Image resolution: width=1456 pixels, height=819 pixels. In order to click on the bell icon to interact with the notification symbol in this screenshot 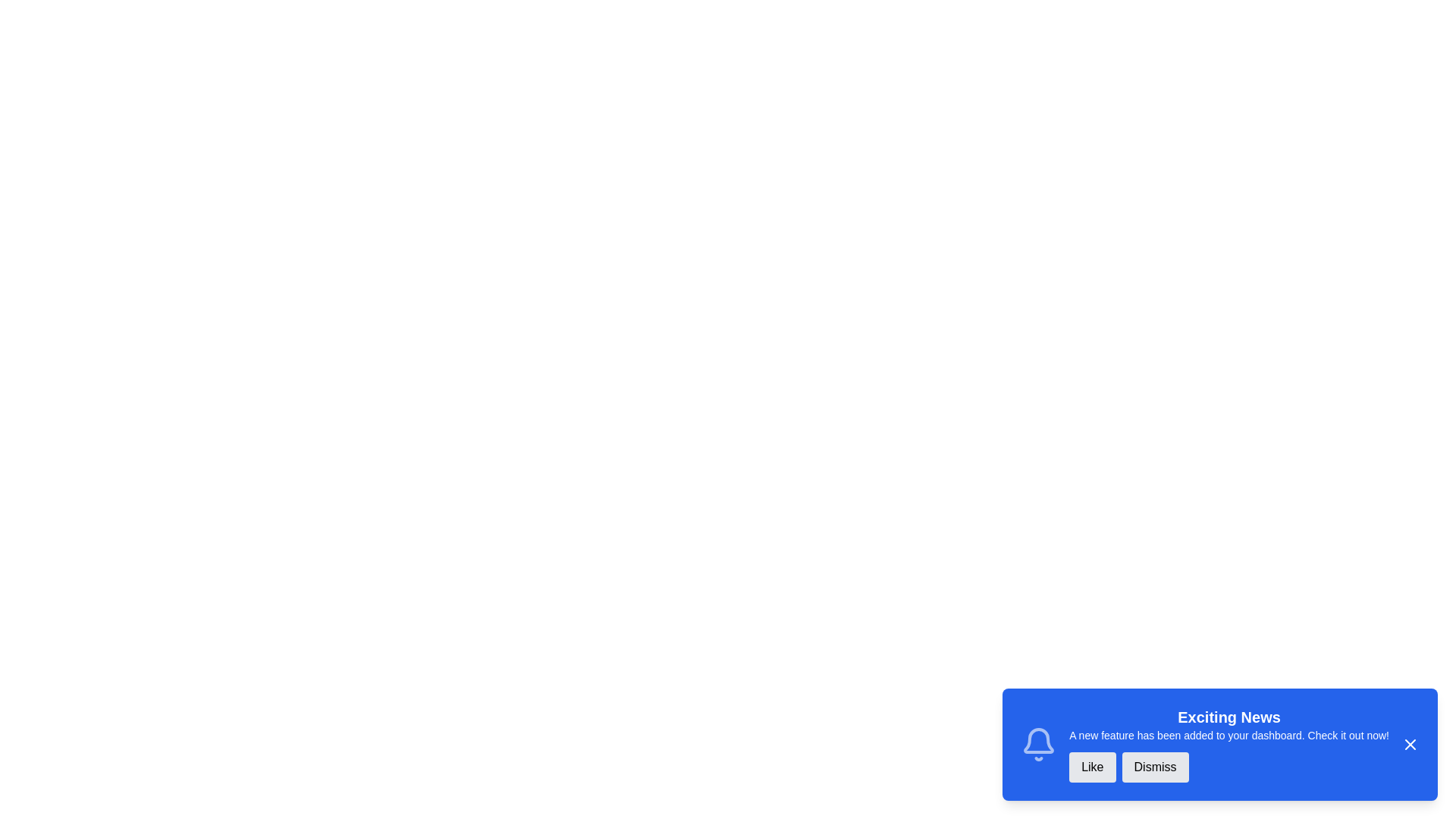, I will do `click(1038, 744)`.